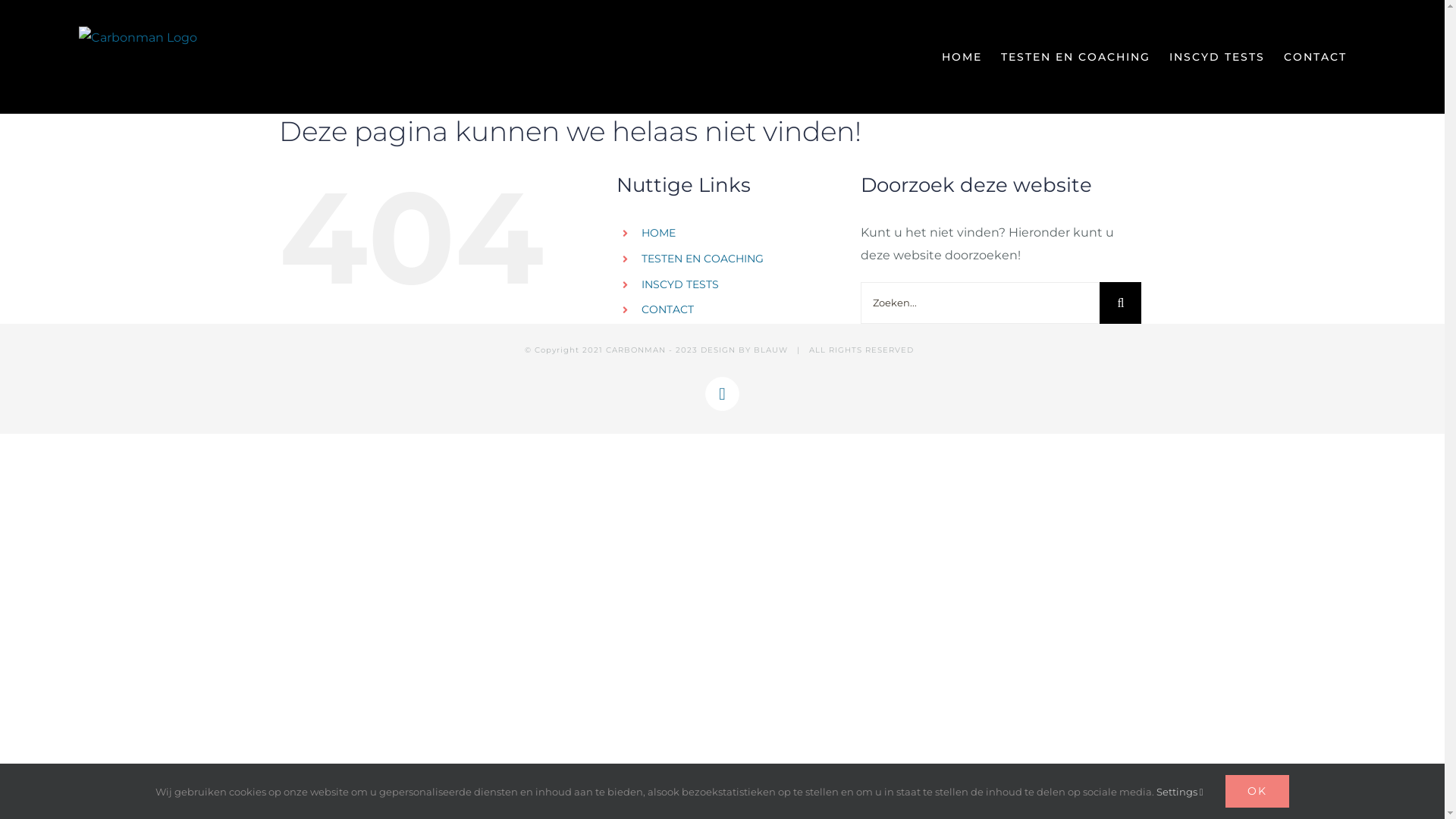 The height and width of the screenshot is (819, 1456). What do you see at coordinates (1257, 790) in the screenshot?
I see `'OK'` at bounding box center [1257, 790].